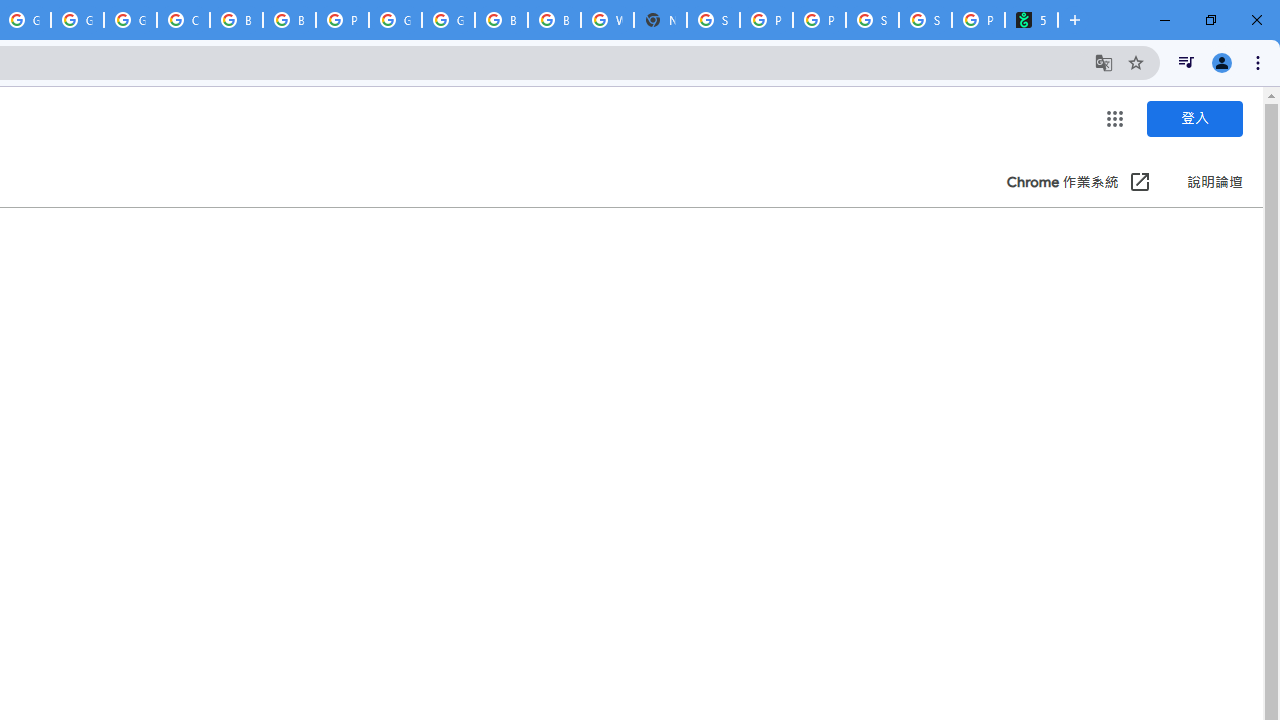  Describe the element at coordinates (660, 20) in the screenshot. I see `'New Tab'` at that location.